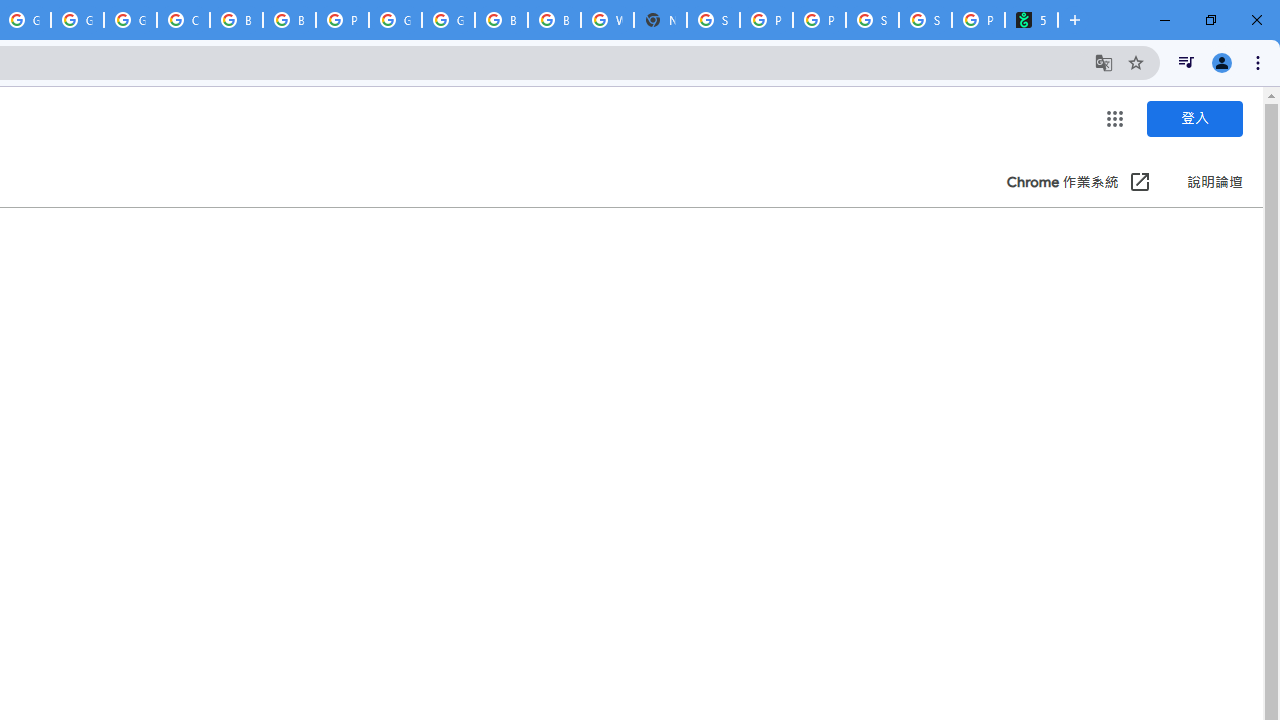  Describe the element at coordinates (660, 20) in the screenshot. I see `'New Tab'` at that location.